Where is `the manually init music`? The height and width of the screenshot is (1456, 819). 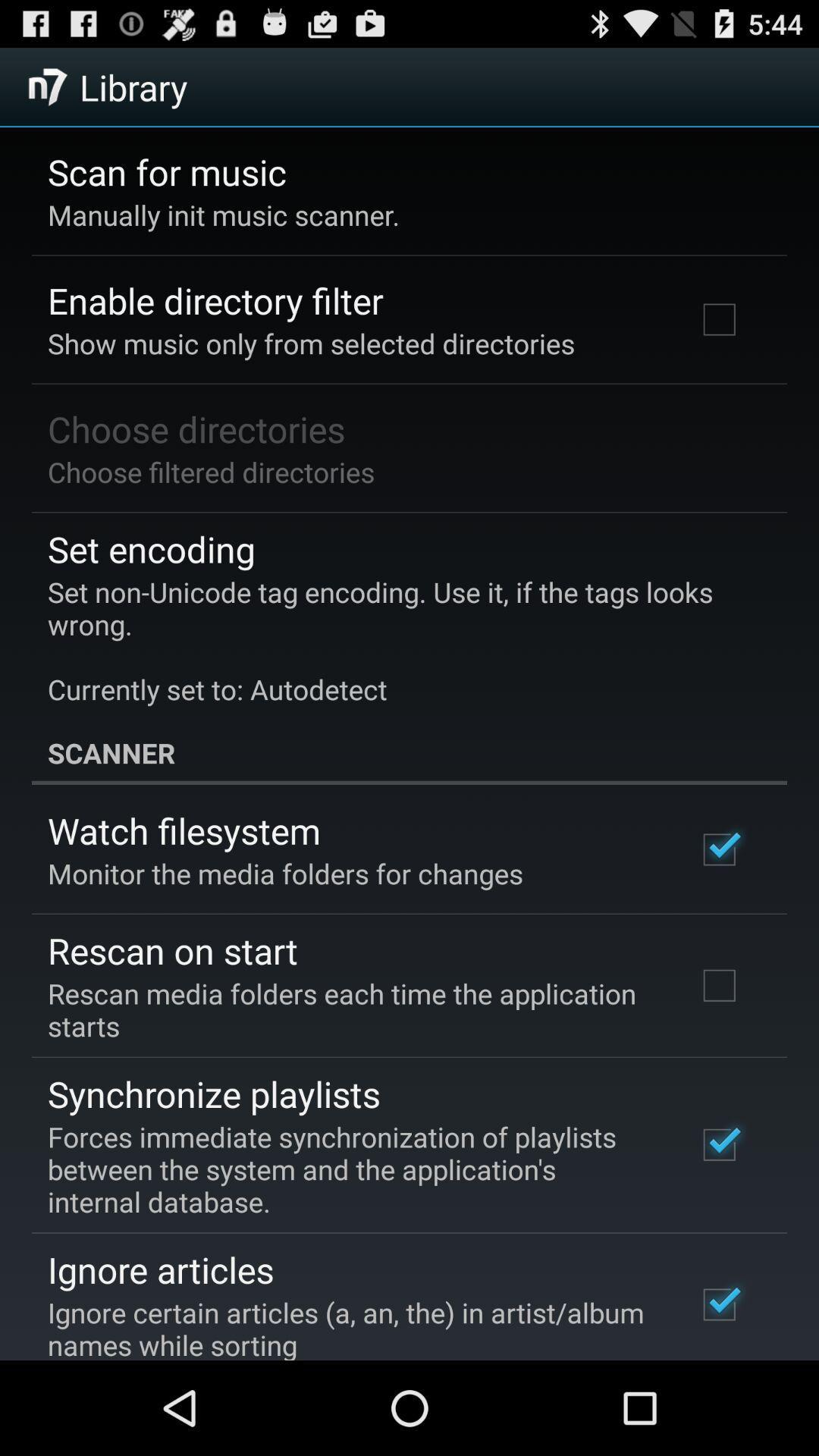
the manually init music is located at coordinates (224, 214).